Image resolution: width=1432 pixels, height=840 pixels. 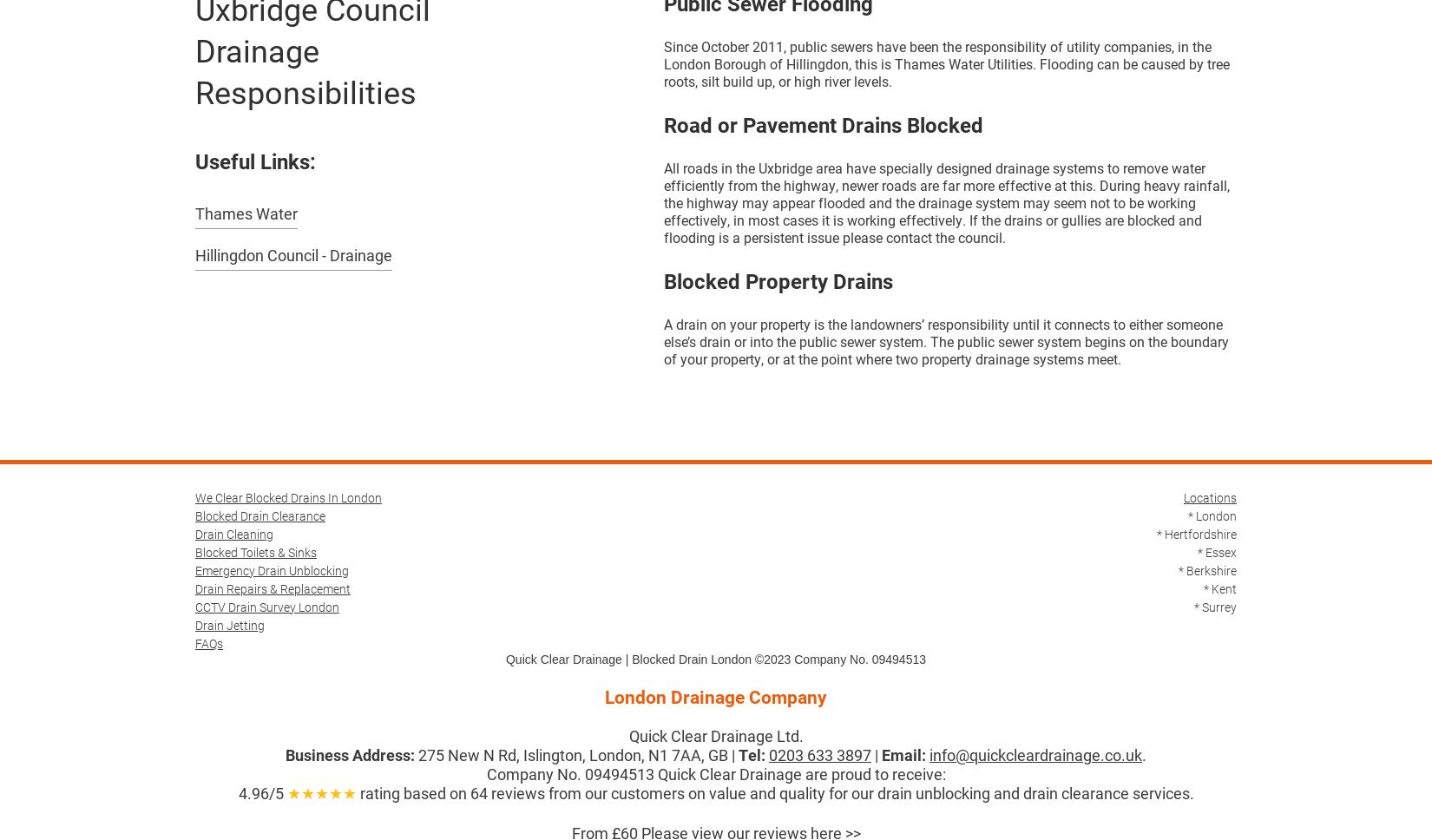 What do you see at coordinates (1196, 532) in the screenshot?
I see `'* Hertfordshire'` at bounding box center [1196, 532].